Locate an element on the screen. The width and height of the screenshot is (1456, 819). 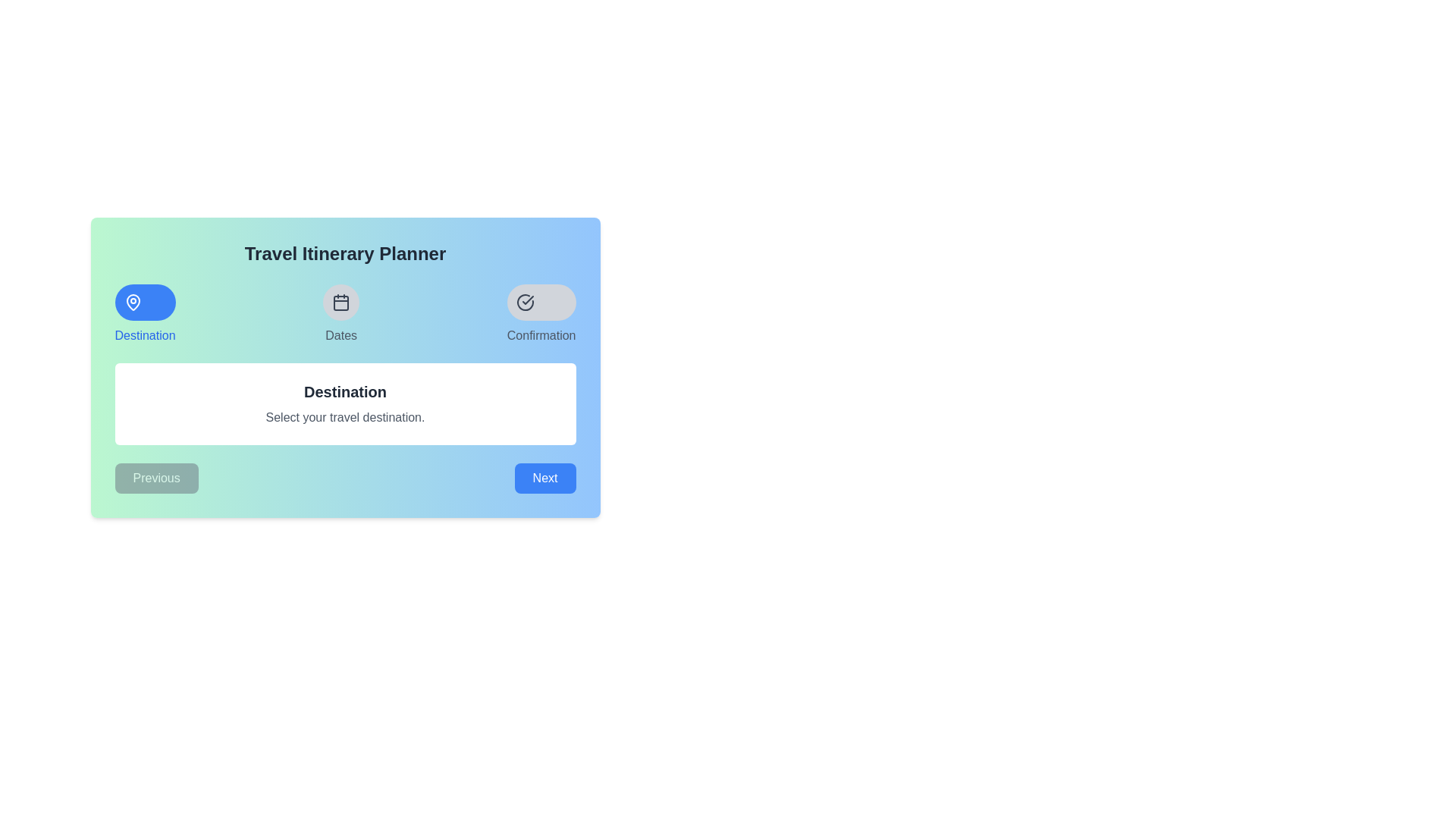
the circular blue button labeled 'Destination' located at the top left of the interface is located at coordinates (133, 302).